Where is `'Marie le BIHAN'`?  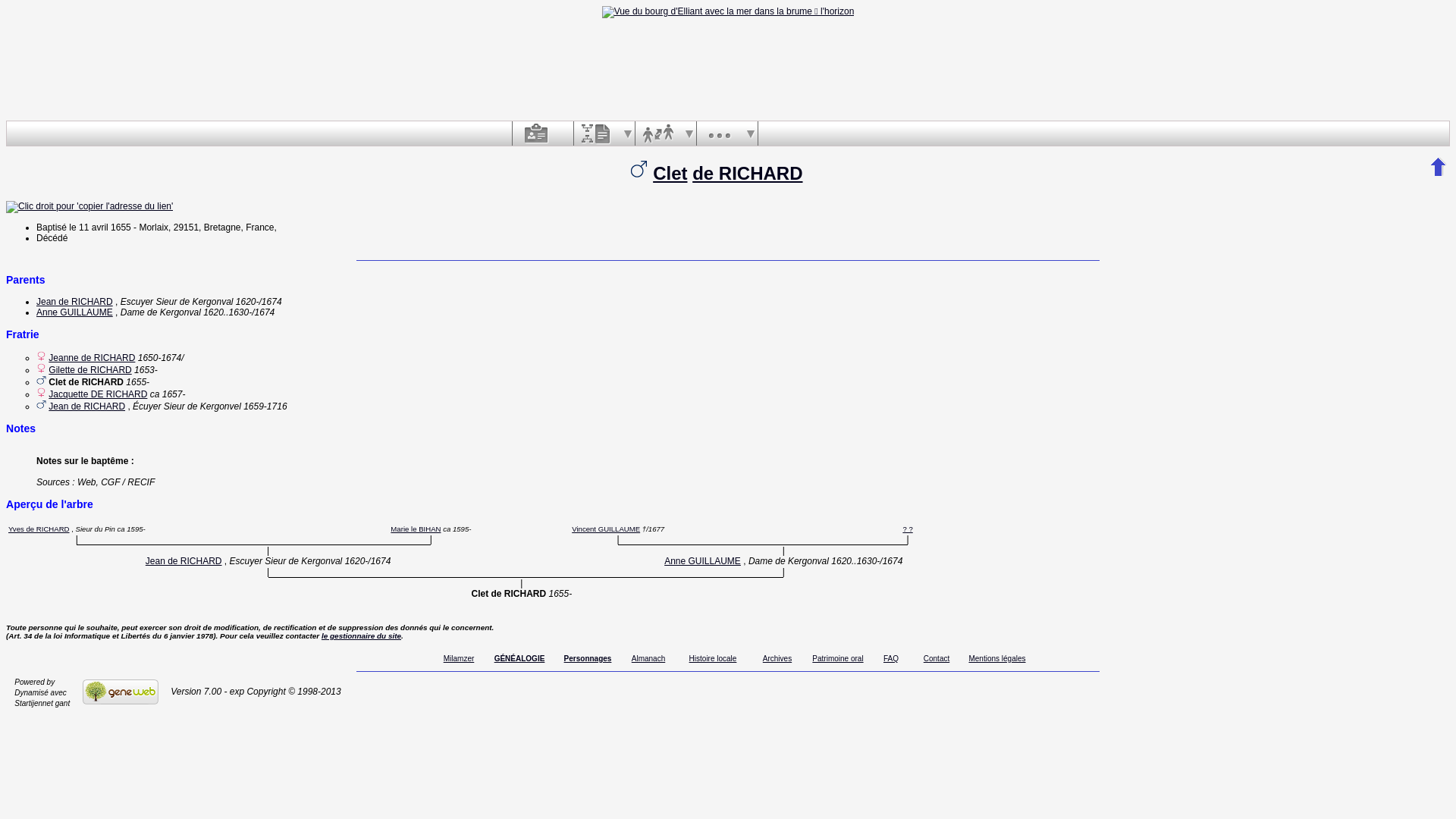
'Marie le BIHAN' is located at coordinates (415, 528).